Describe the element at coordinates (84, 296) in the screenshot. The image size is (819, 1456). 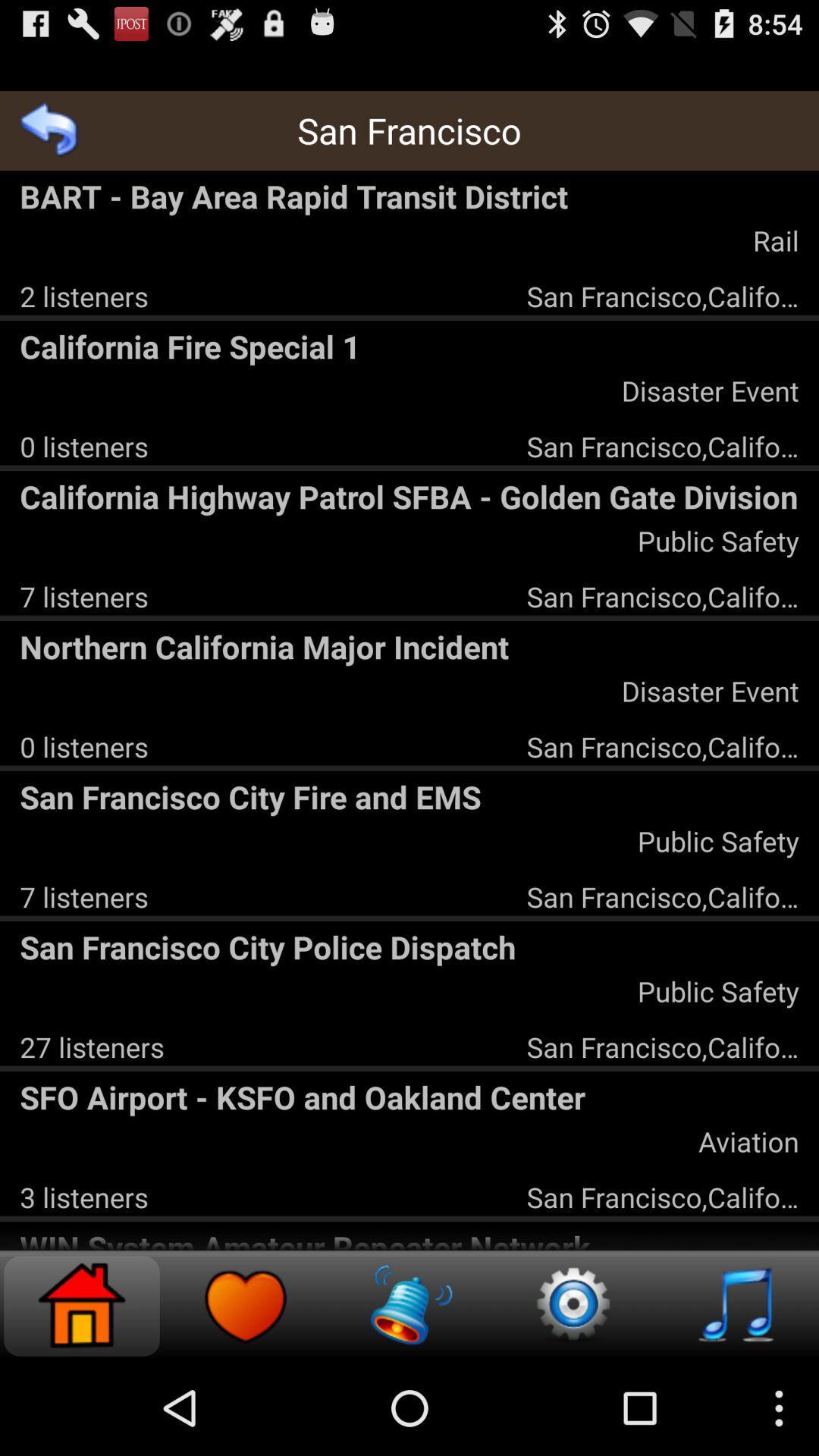
I see `item to the left of san francisco,california item` at that location.